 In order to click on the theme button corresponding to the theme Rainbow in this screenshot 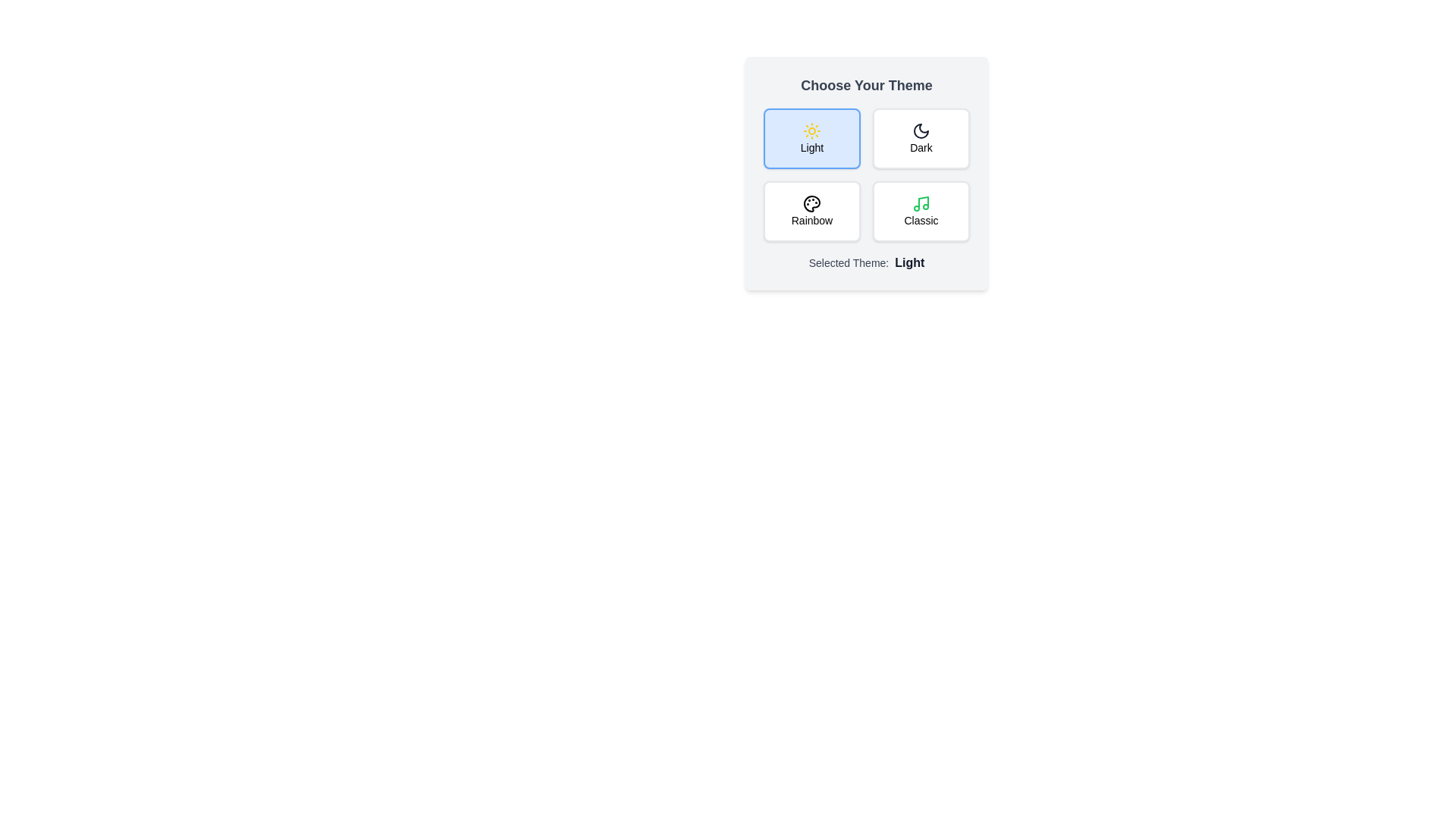, I will do `click(811, 211)`.